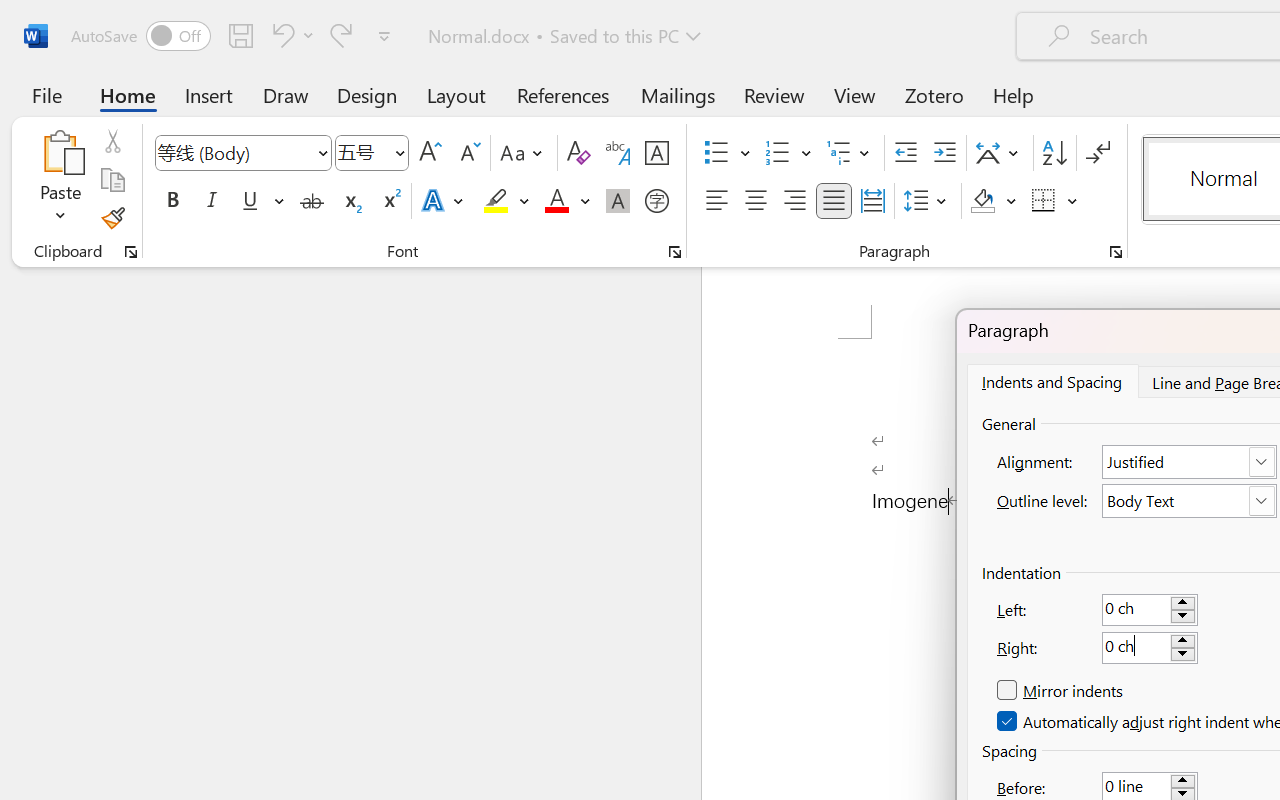 This screenshot has height=800, width=1280. What do you see at coordinates (467, 153) in the screenshot?
I see `'Shrink Font'` at bounding box center [467, 153].